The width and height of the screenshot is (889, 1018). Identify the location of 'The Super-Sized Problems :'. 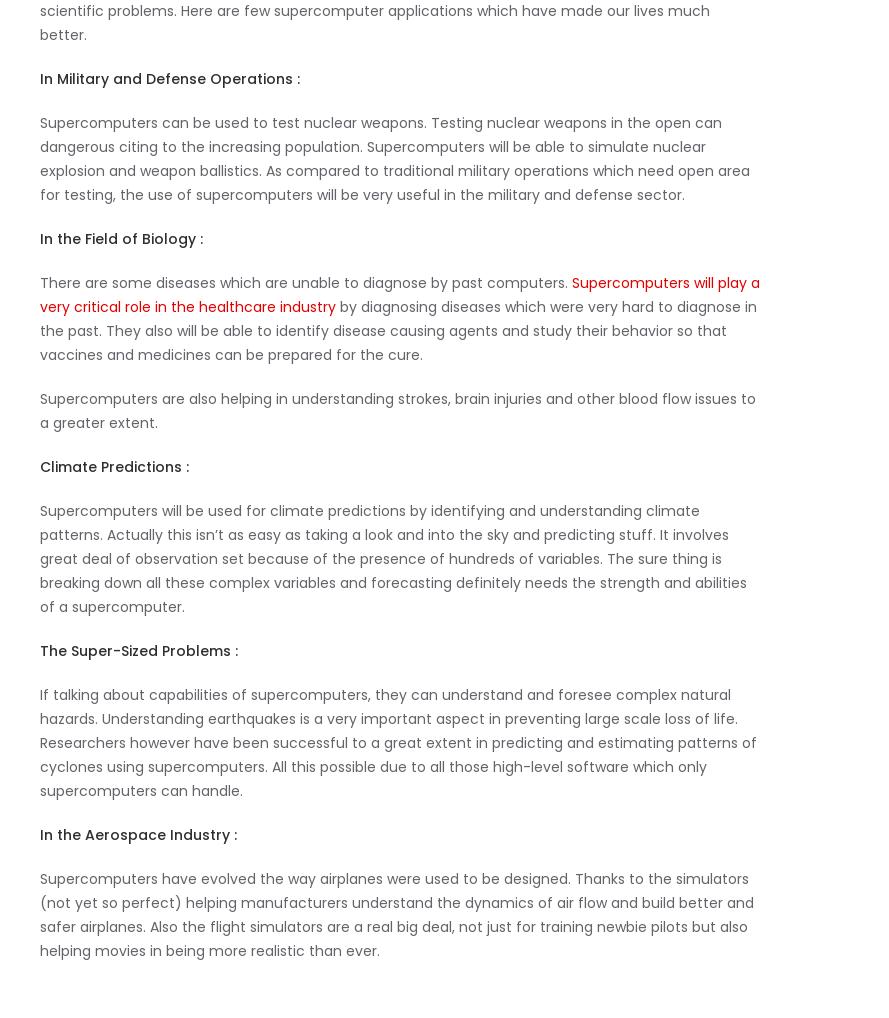
(40, 648).